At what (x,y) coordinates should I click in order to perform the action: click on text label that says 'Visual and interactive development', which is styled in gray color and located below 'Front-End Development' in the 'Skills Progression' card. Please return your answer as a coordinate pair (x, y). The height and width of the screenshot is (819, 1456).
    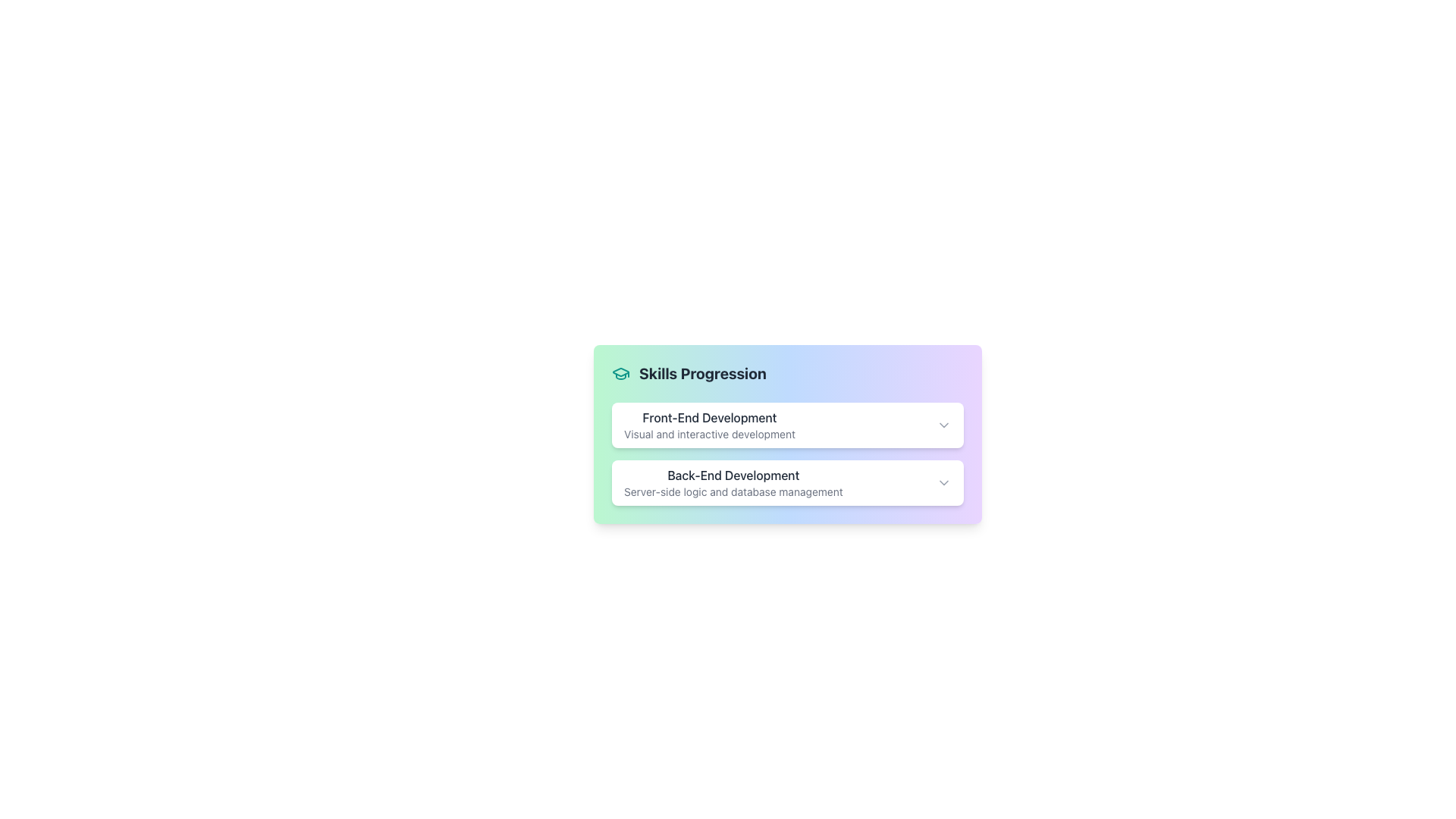
    Looking at the image, I should click on (709, 435).